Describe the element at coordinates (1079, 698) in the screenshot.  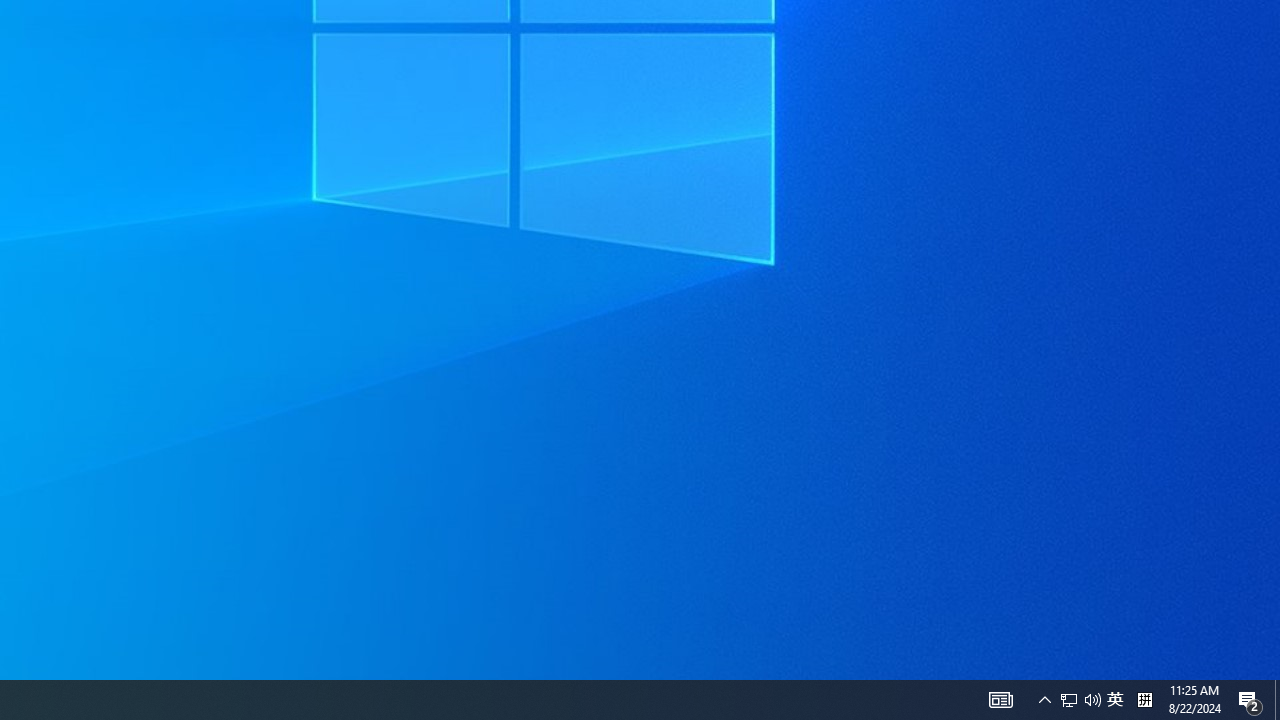
I see `'Q2790: 100%'` at that location.